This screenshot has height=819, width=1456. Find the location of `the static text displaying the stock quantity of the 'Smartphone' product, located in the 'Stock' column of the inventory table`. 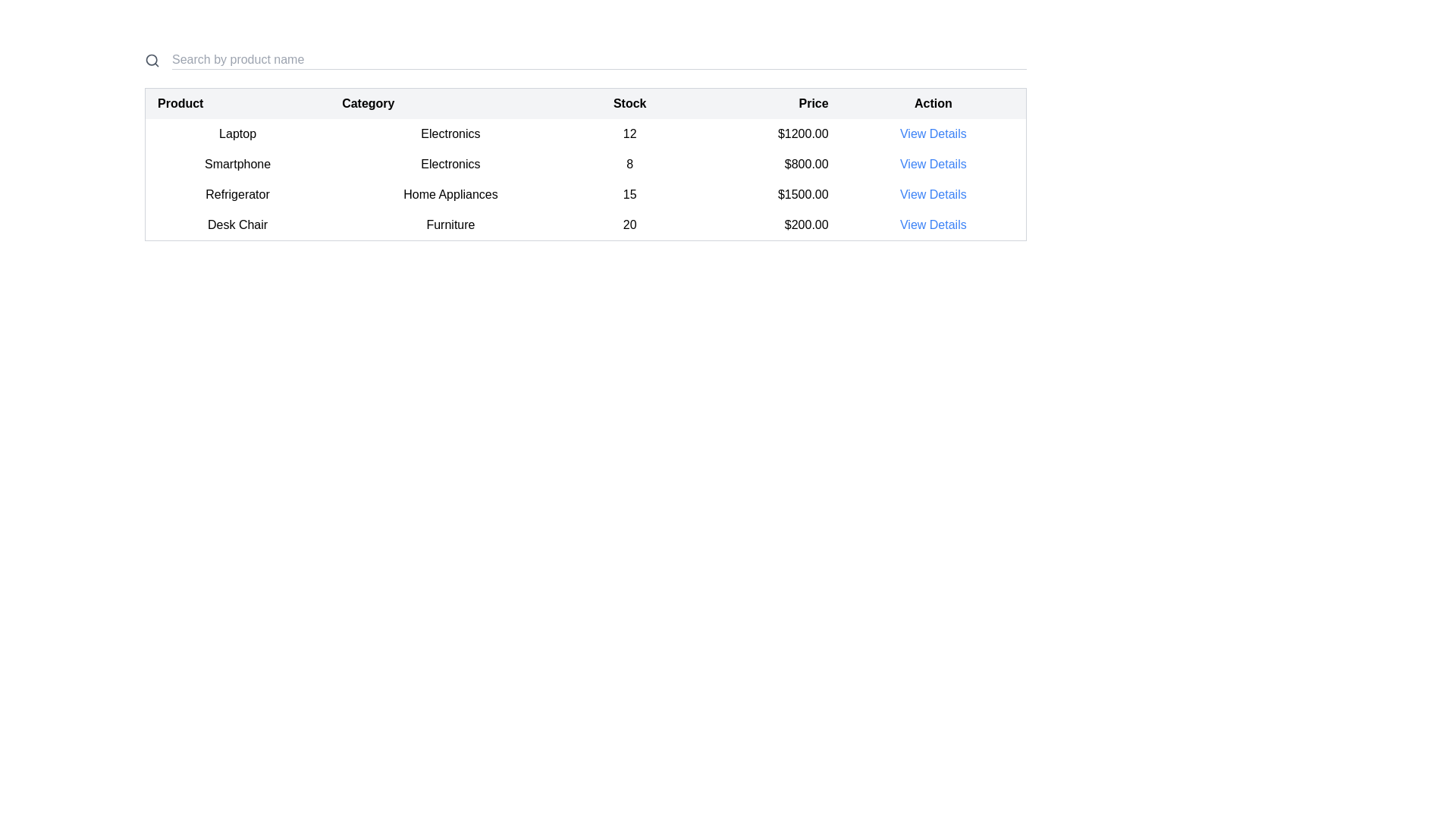

the static text displaying the stock quantity of the 'Smartphone' product, located in the 'Stock' column of the inventory table is located at coordinates (629, 164).